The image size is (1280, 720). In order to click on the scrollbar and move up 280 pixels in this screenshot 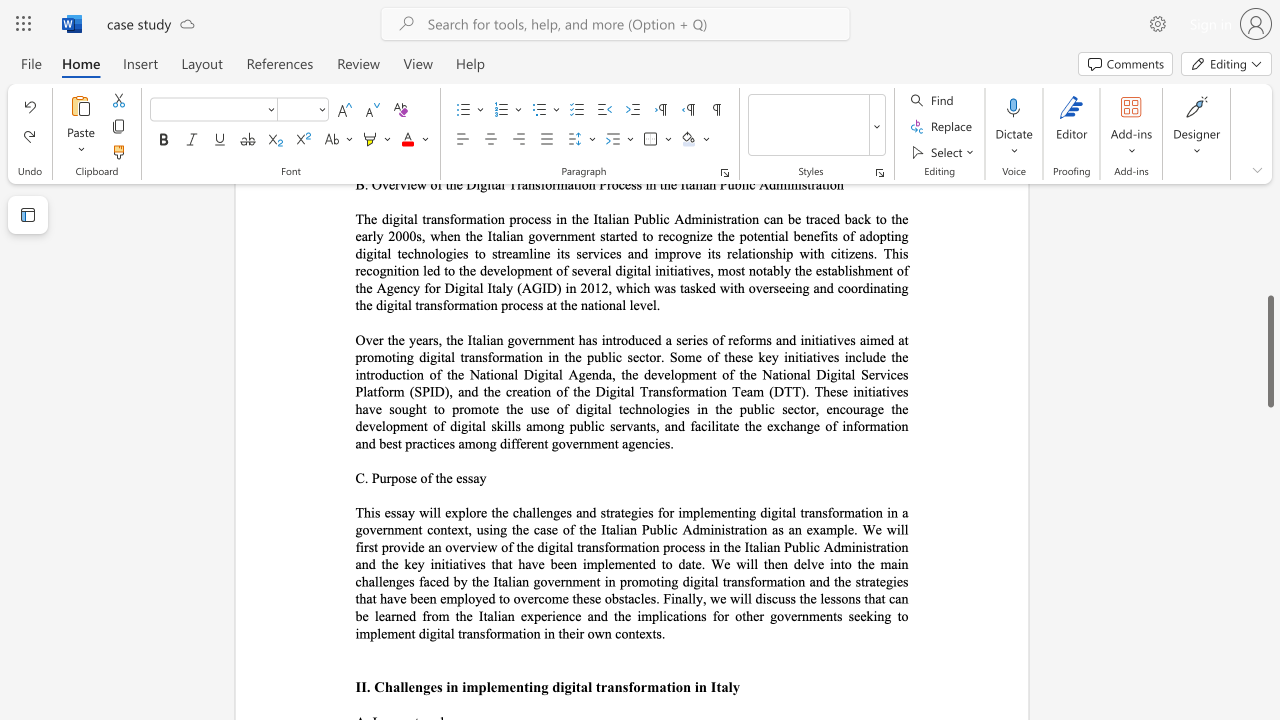, I will do `click(1269, 350)`.